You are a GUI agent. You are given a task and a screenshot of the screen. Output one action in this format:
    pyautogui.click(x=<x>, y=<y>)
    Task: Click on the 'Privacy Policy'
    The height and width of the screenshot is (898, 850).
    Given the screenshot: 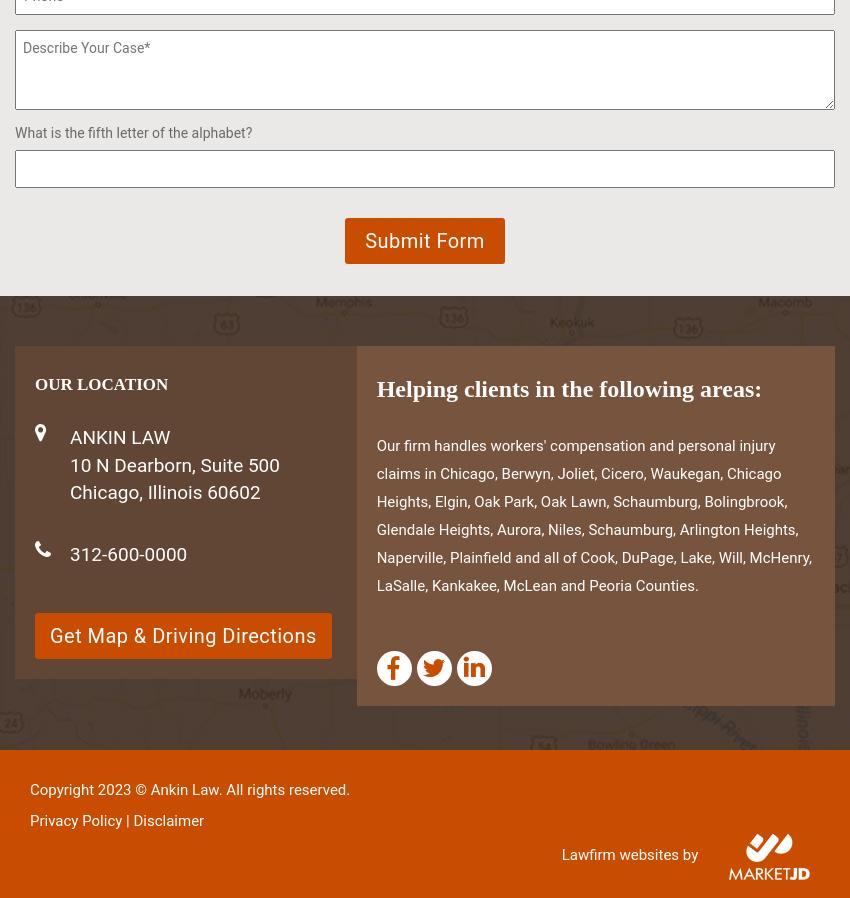 What is the action you would take?
    pyautogui.click(x=75, y=821)
    